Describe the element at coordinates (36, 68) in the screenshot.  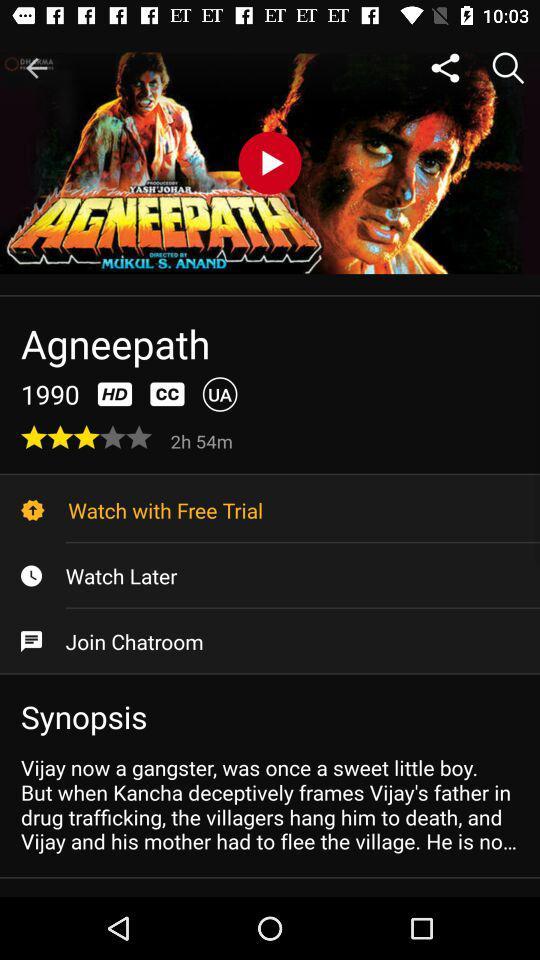
I see `icon at the top left corner` at that location.